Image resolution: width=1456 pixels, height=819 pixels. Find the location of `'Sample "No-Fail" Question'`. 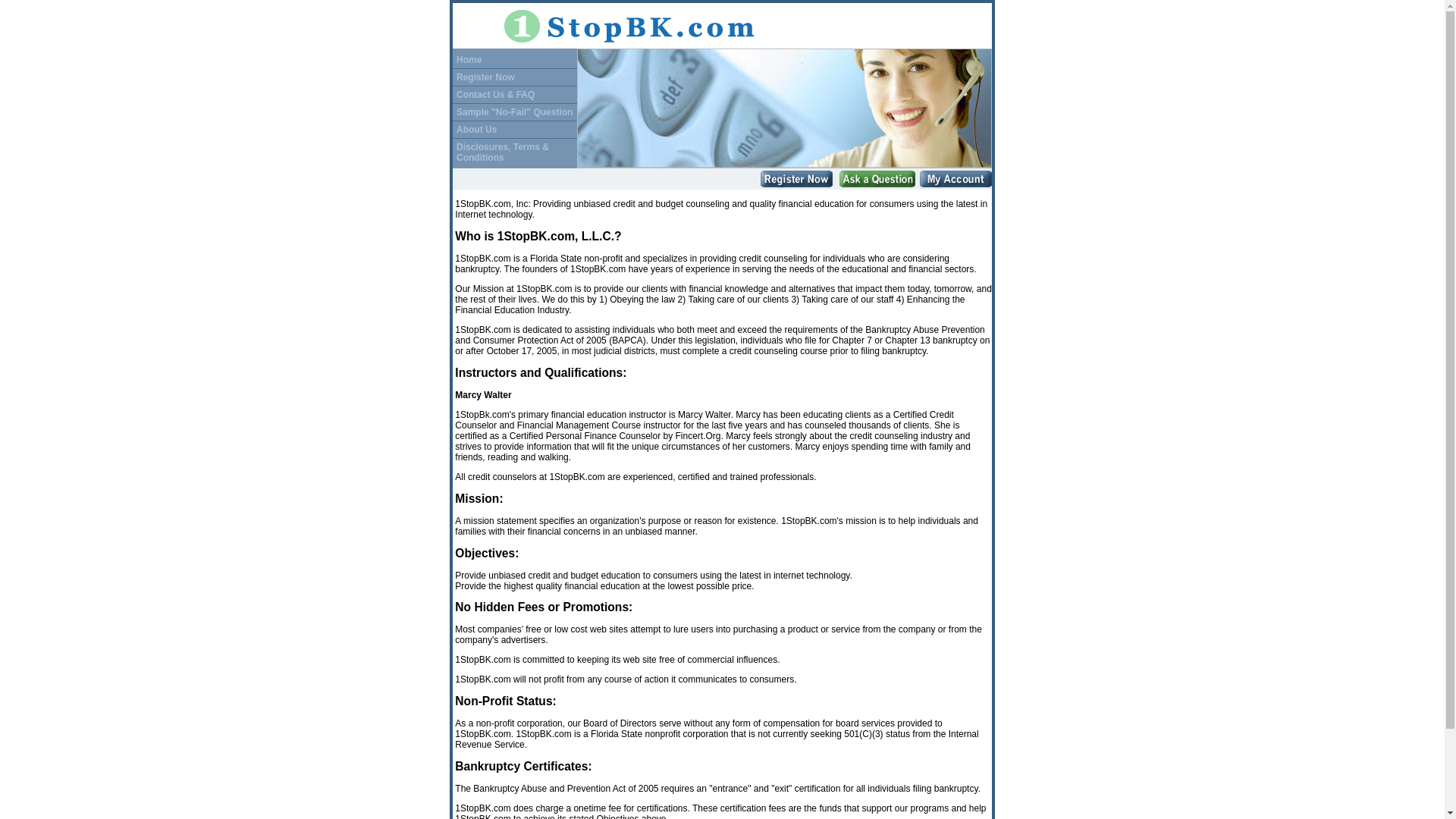

'Sample "No-Fail" Question' is located at coordinates (514, 110).